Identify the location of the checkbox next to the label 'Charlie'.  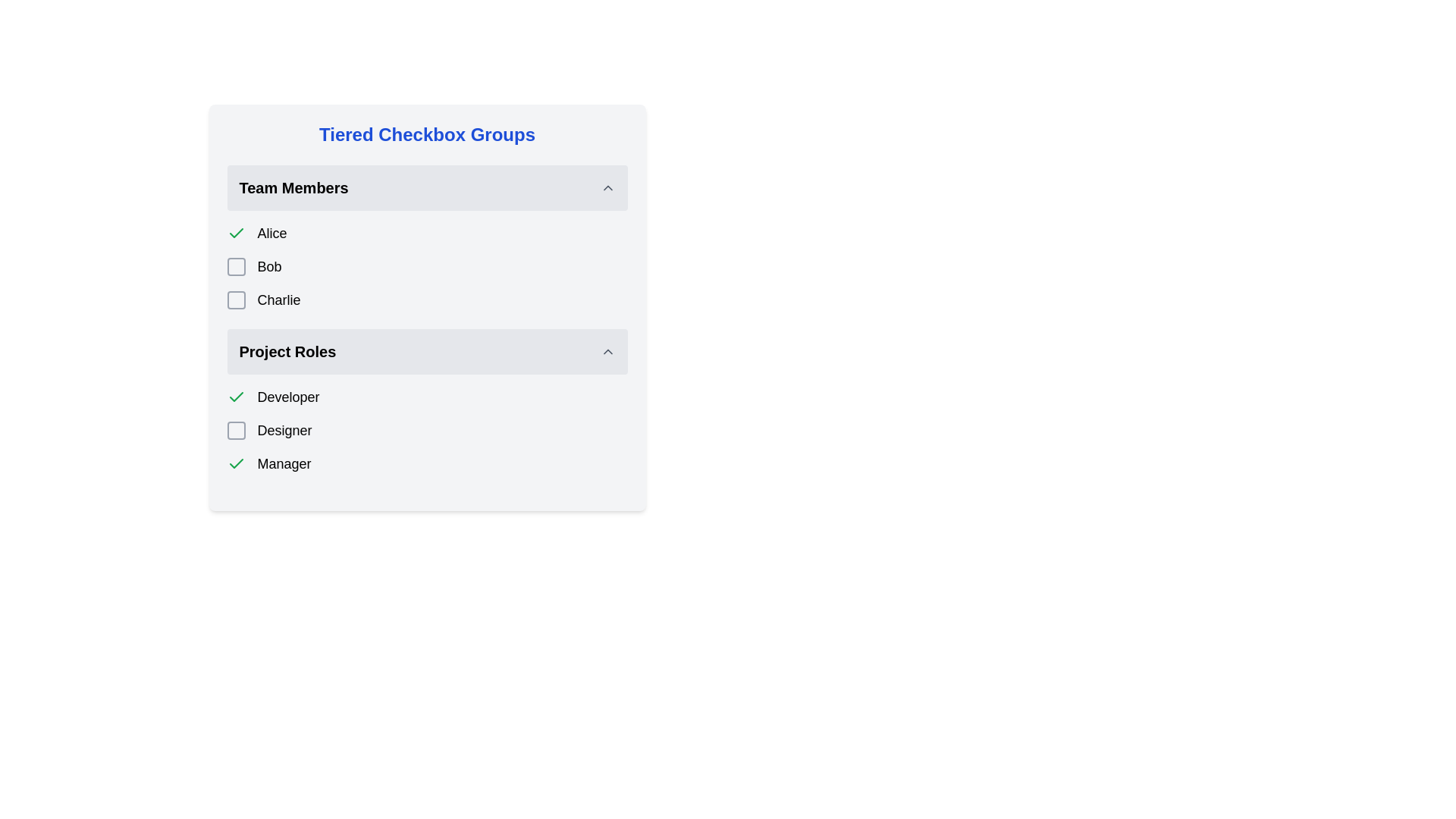
(235, 300).